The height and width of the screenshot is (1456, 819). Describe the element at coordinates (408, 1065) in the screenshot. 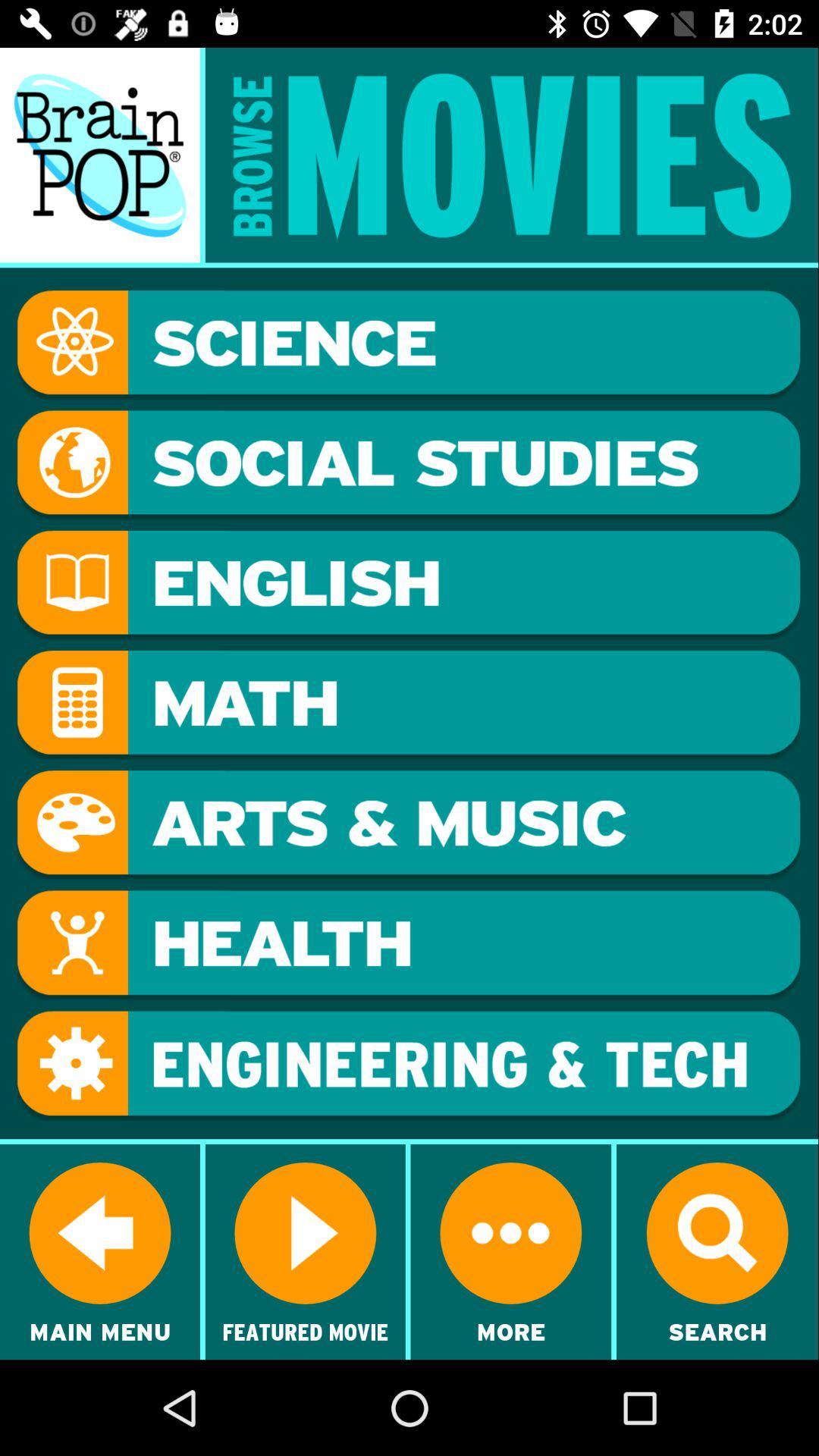

I see `open up the section` at that location.